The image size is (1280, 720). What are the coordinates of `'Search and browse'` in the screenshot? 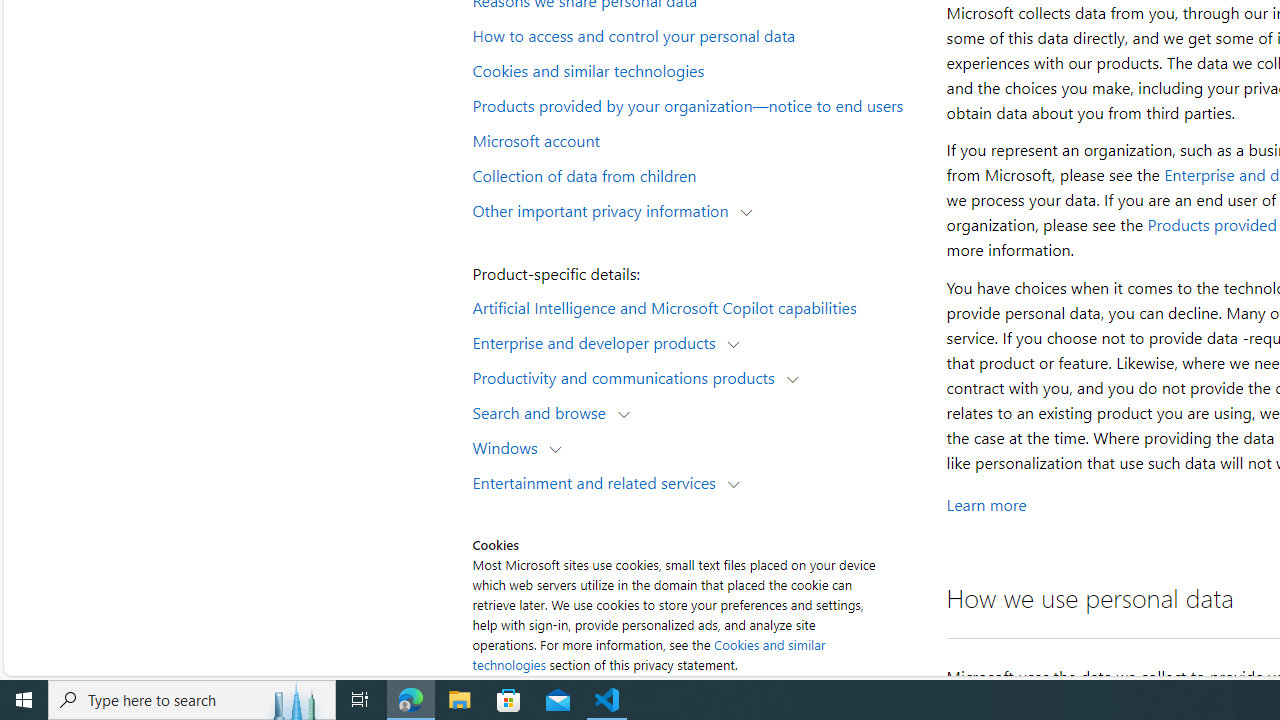 It's located at (544, 411).